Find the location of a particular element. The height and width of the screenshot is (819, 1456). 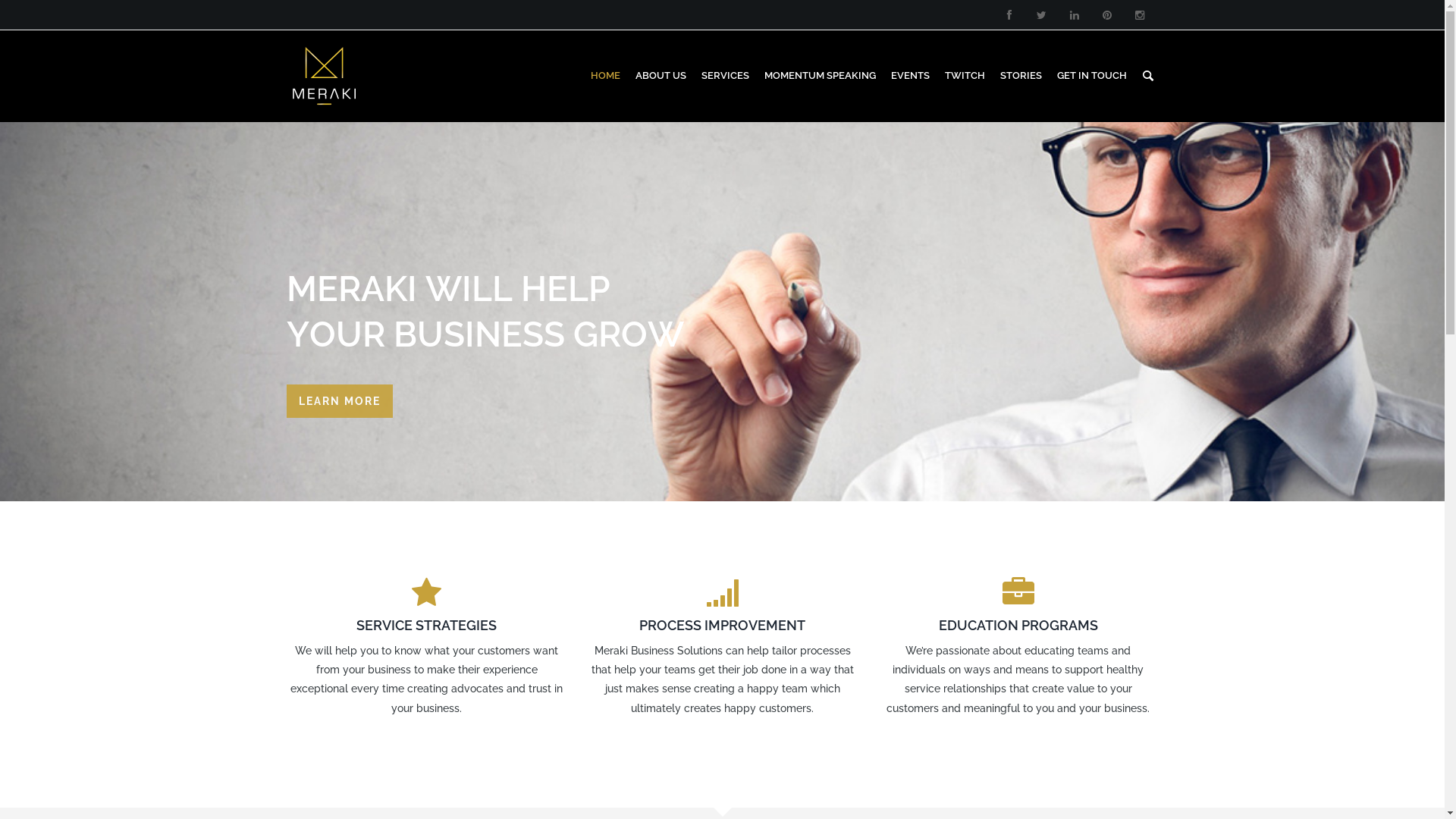

'linkedin' is located at coordinates (1058, 14).